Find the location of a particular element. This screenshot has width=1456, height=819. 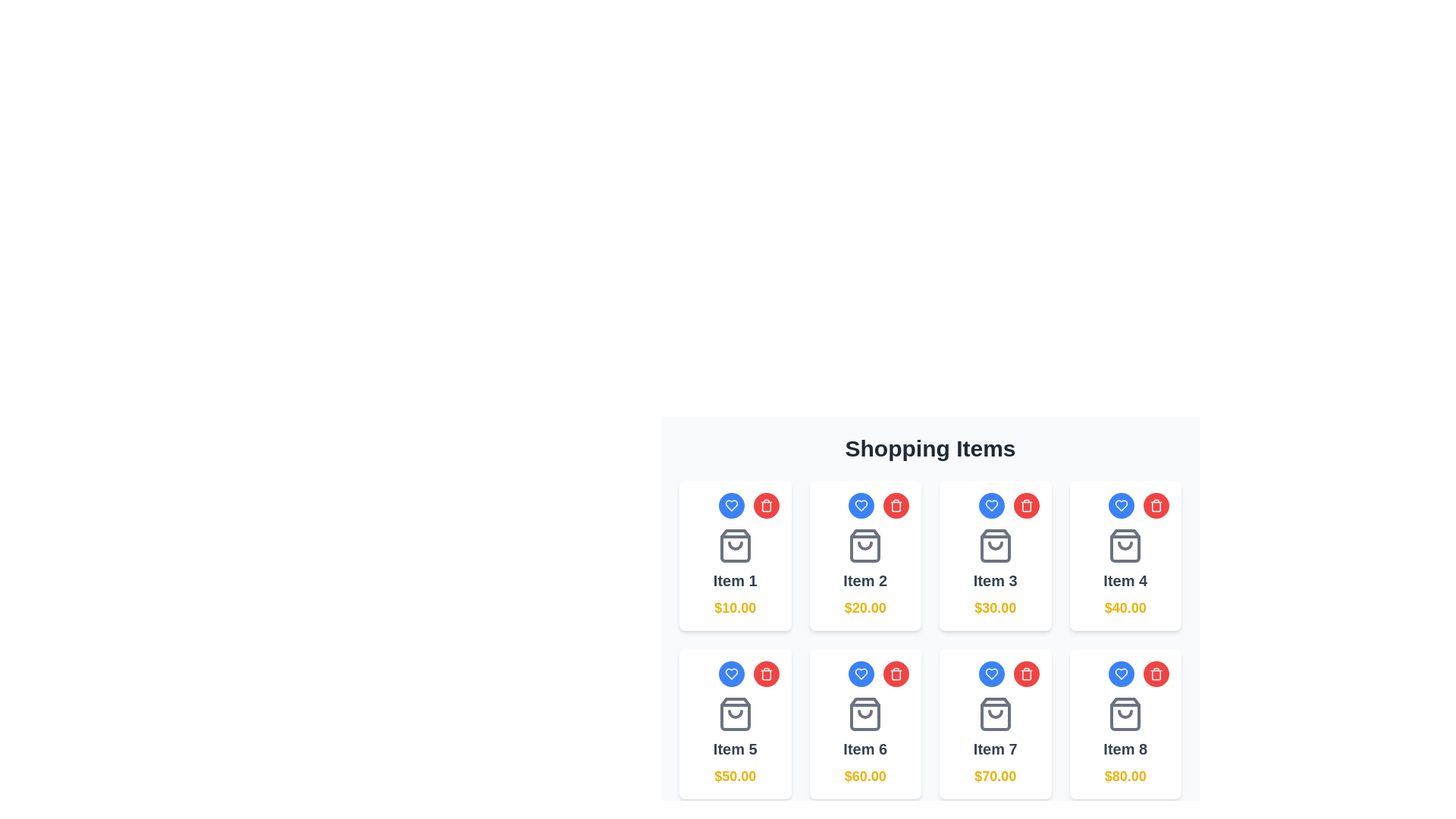

the blue circular button with a white heart icon, located to the left of the red circular button with a trash can icon, above the item image and description for 'Item 6' is located at coordinates (865, 673).